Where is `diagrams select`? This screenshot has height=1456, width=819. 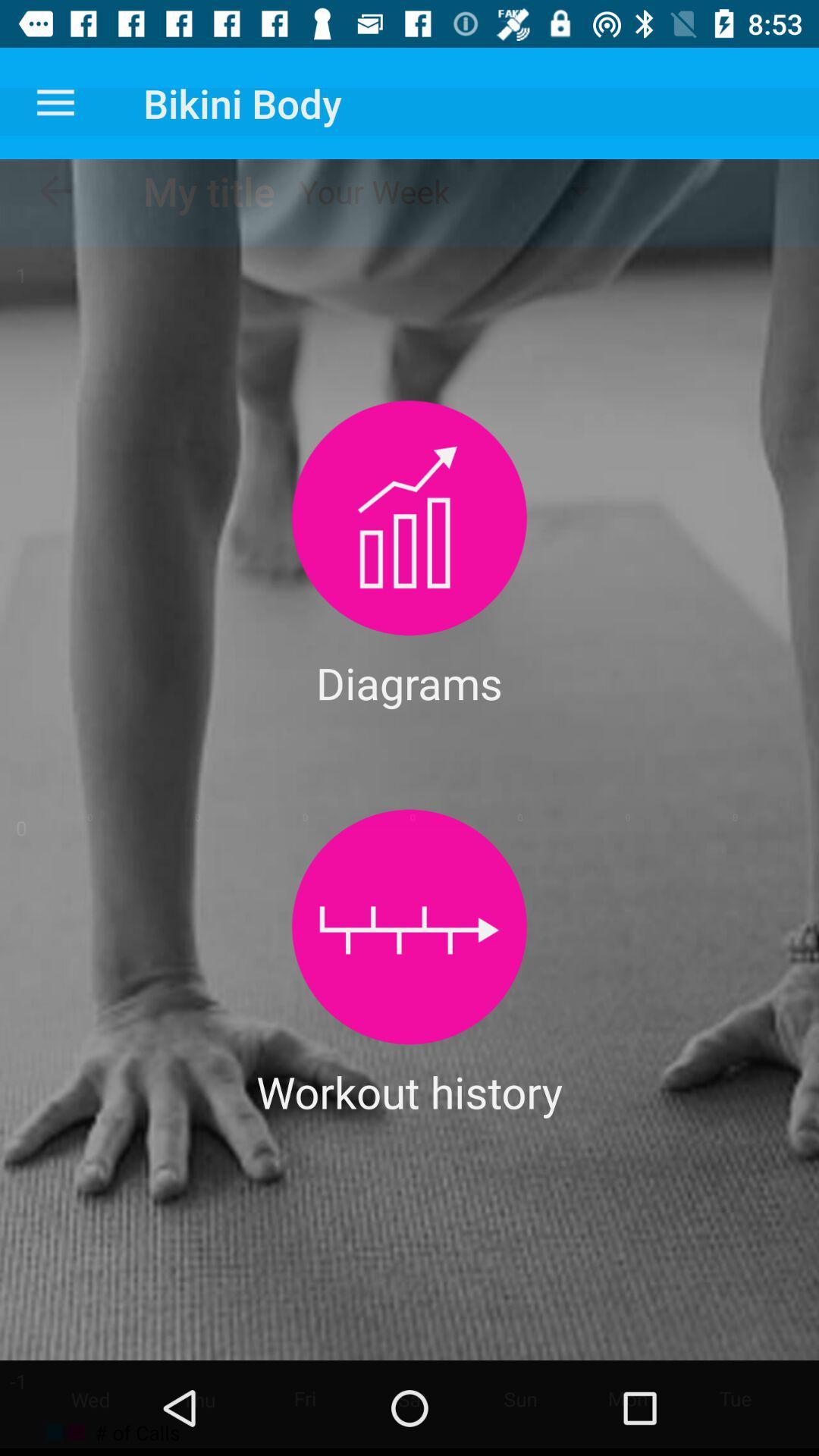 diagrams select is located at coordinates (409, 518).